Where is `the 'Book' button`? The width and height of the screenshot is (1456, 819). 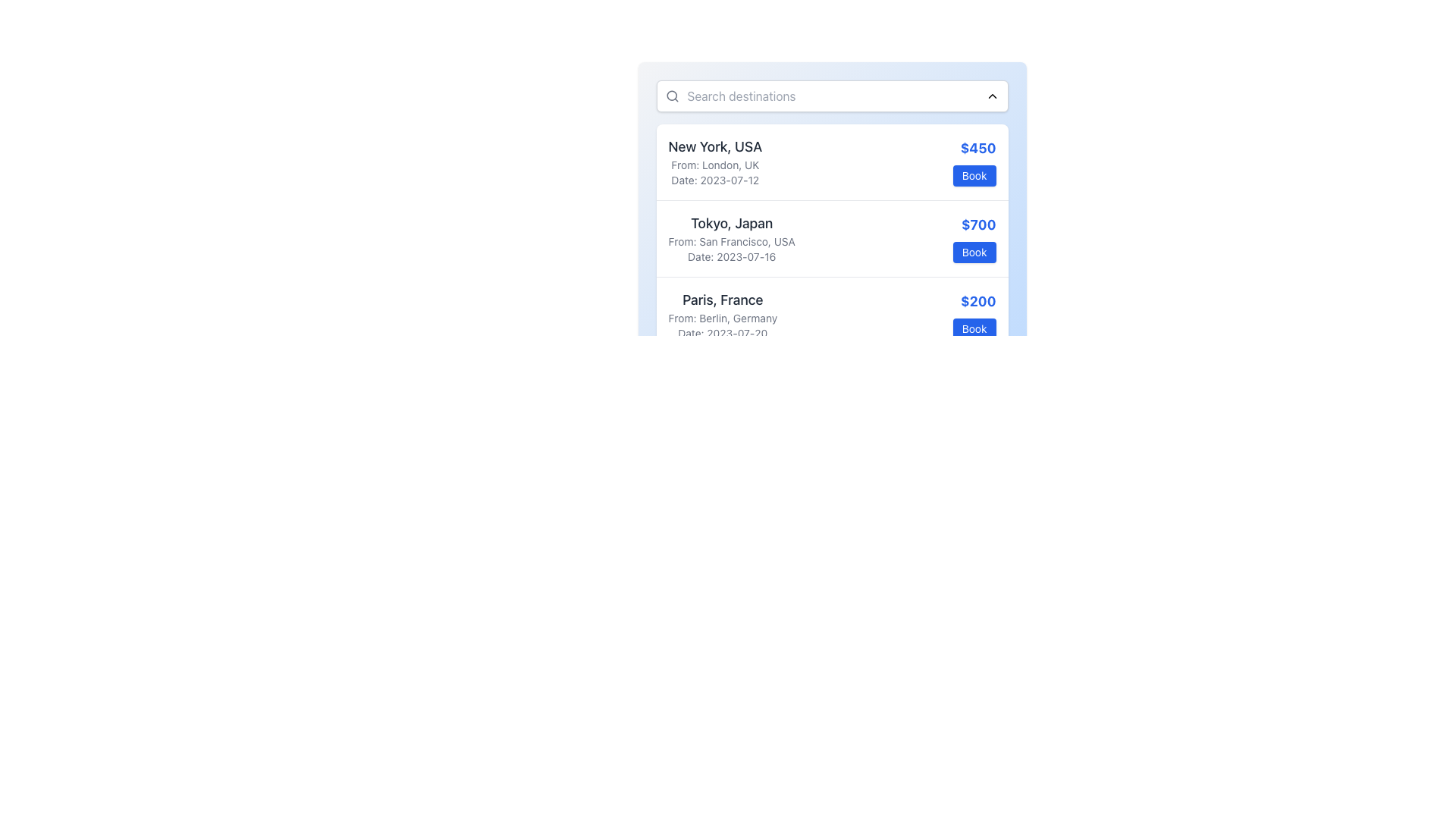 the 'Book' button is located at coordinates (974, 174).